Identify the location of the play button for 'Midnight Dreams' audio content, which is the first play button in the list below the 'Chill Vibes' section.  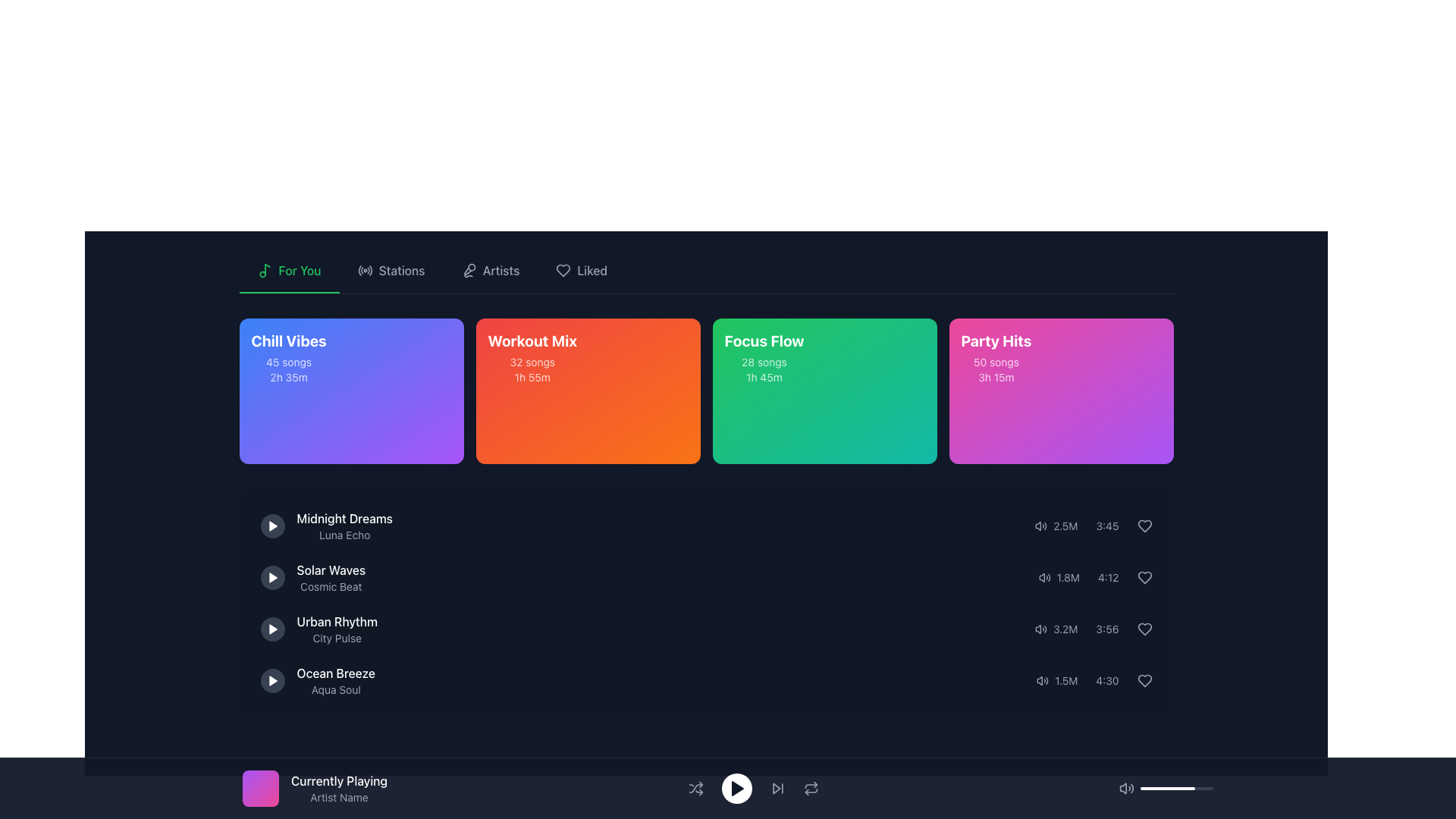
(272, 526).